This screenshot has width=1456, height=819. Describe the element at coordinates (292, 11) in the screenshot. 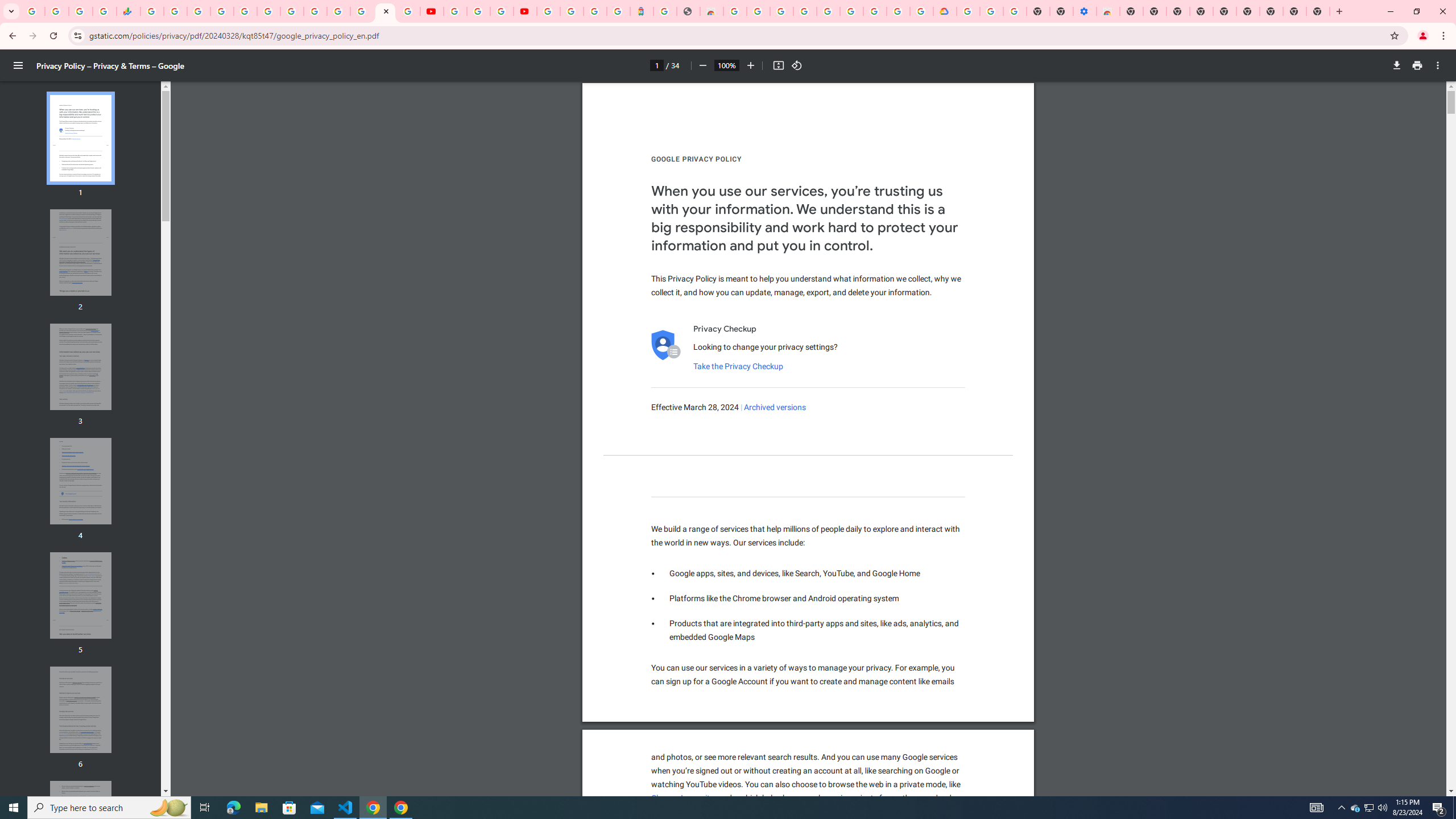

I see `'Android TV Policies and Guidelines - Transparency Center'` at that location.